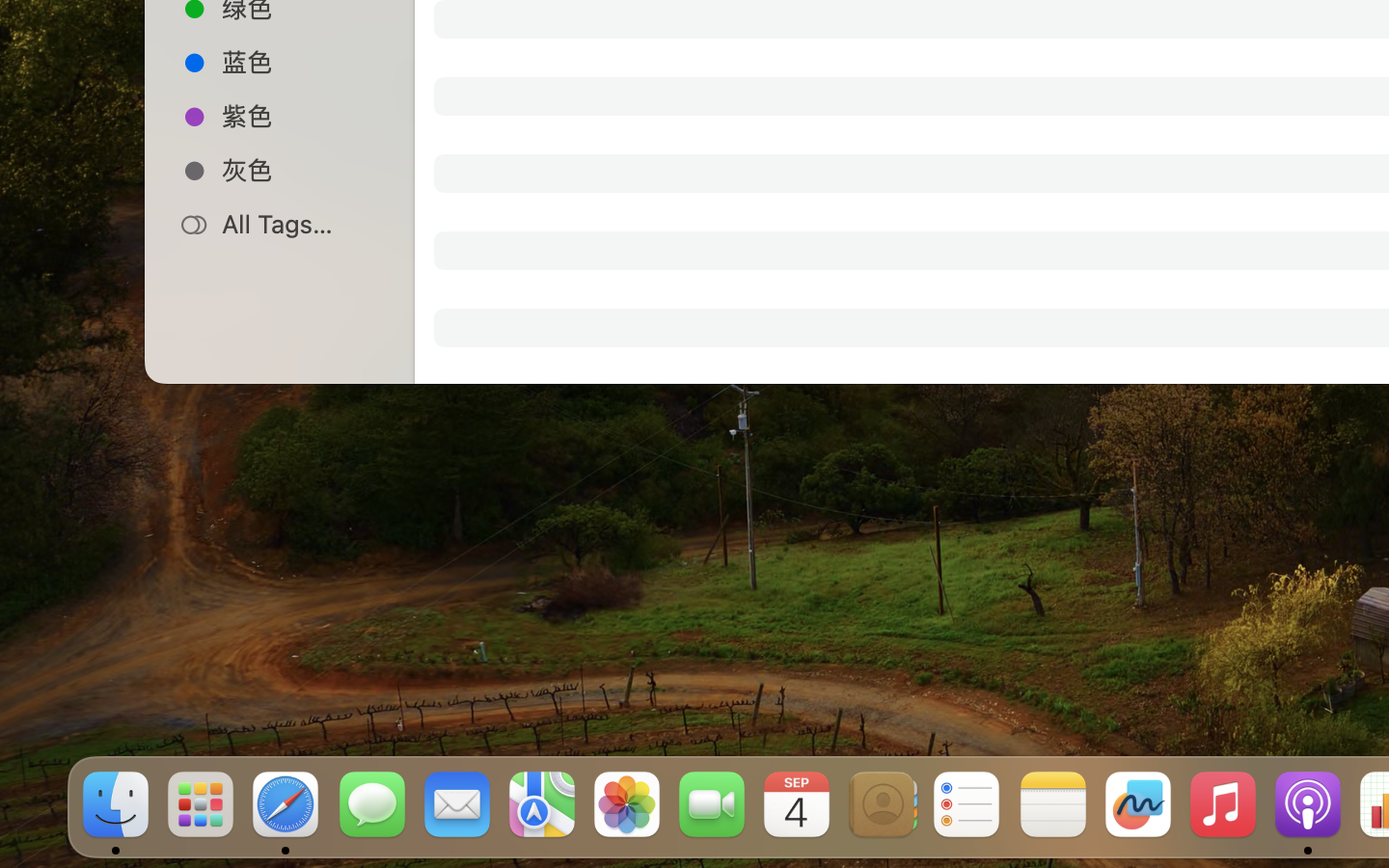  What do you see at coordinates (300, 60) in the screenshot?
I see `'蓝色'` at bounding box center [300, 60].